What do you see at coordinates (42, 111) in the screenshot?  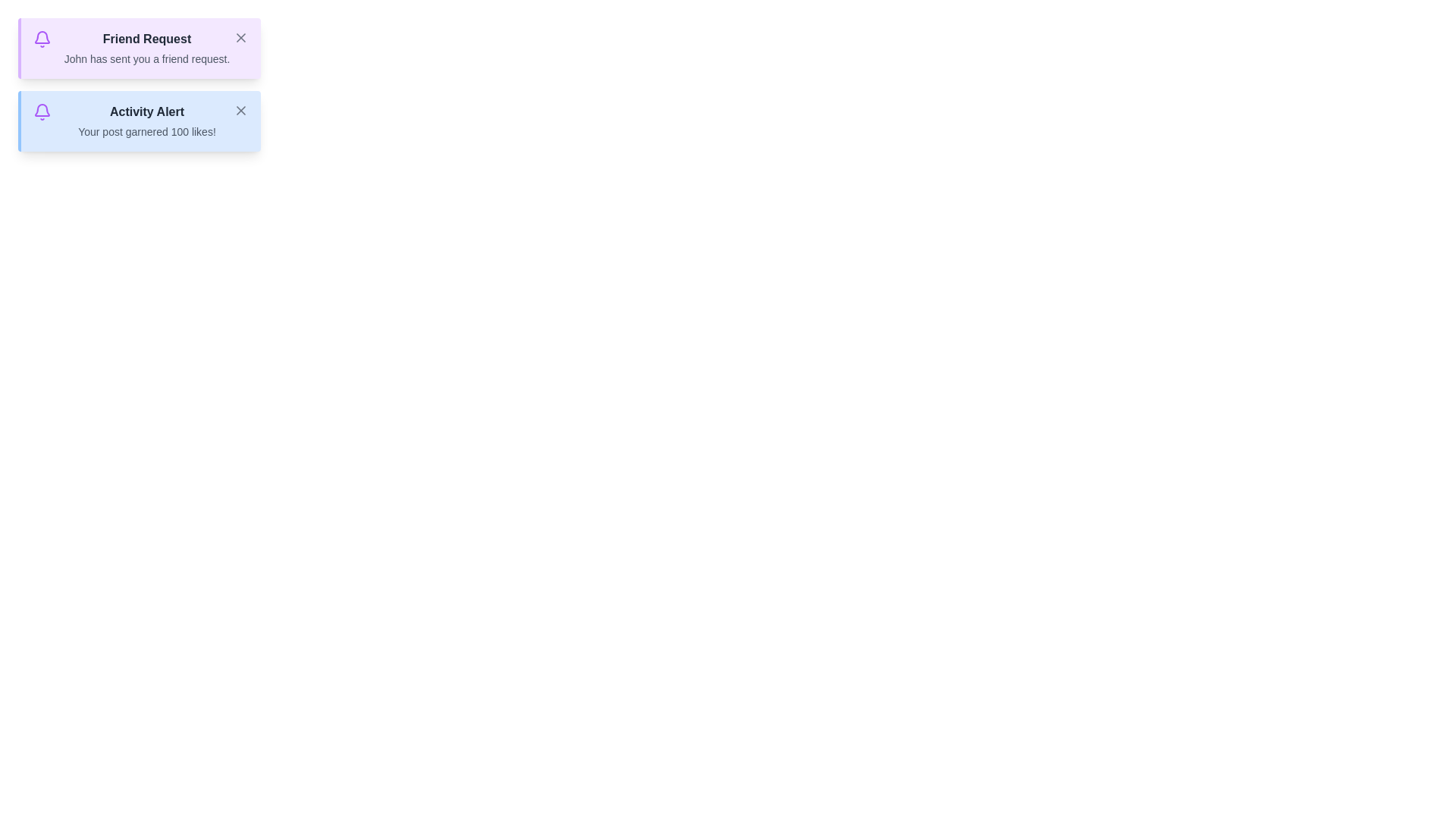 I see `the notification bell icon for Activity Alert` at bounding box center [42, 111].